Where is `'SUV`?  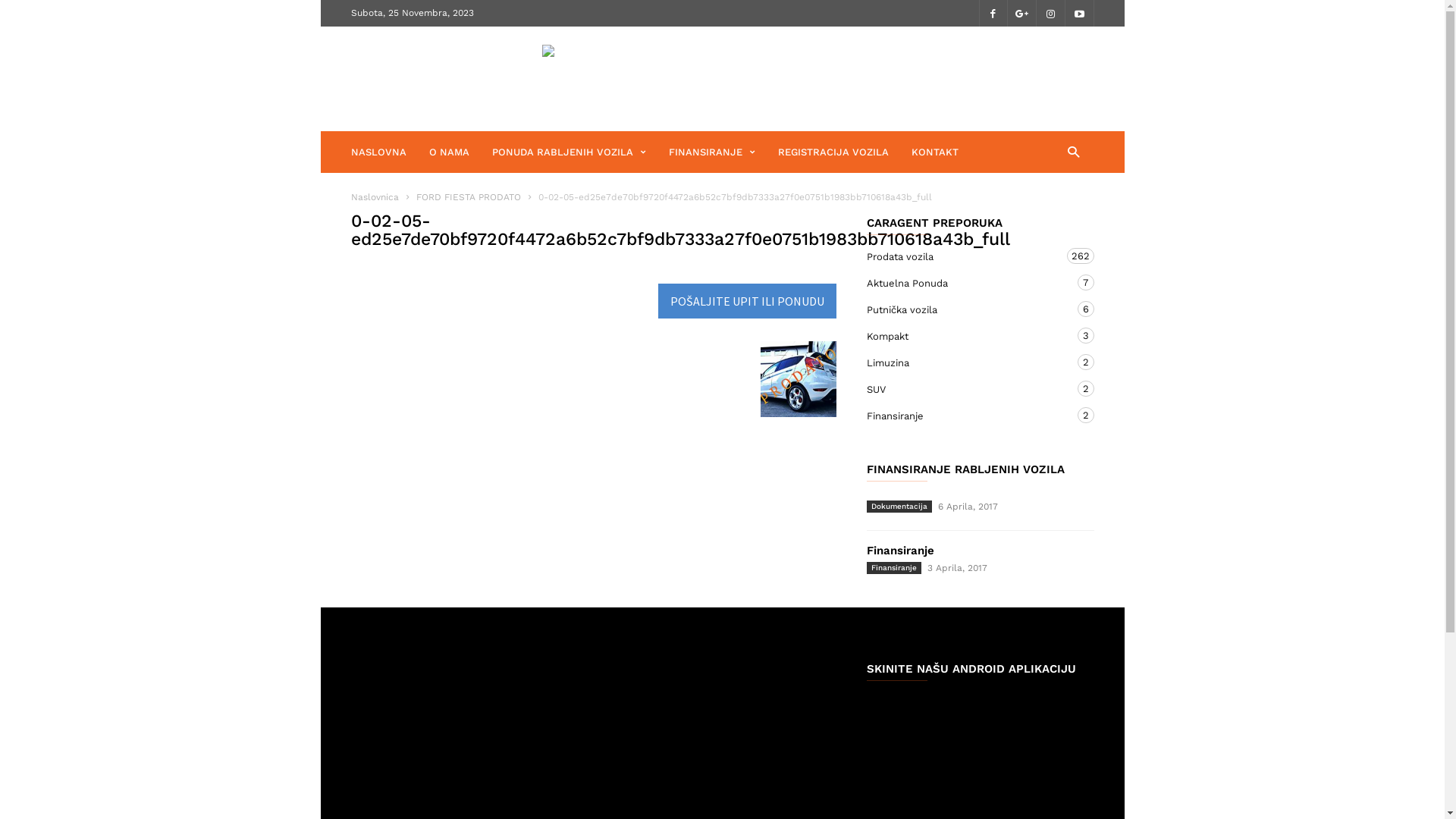 'SUV is located at coordinates (964, 388).